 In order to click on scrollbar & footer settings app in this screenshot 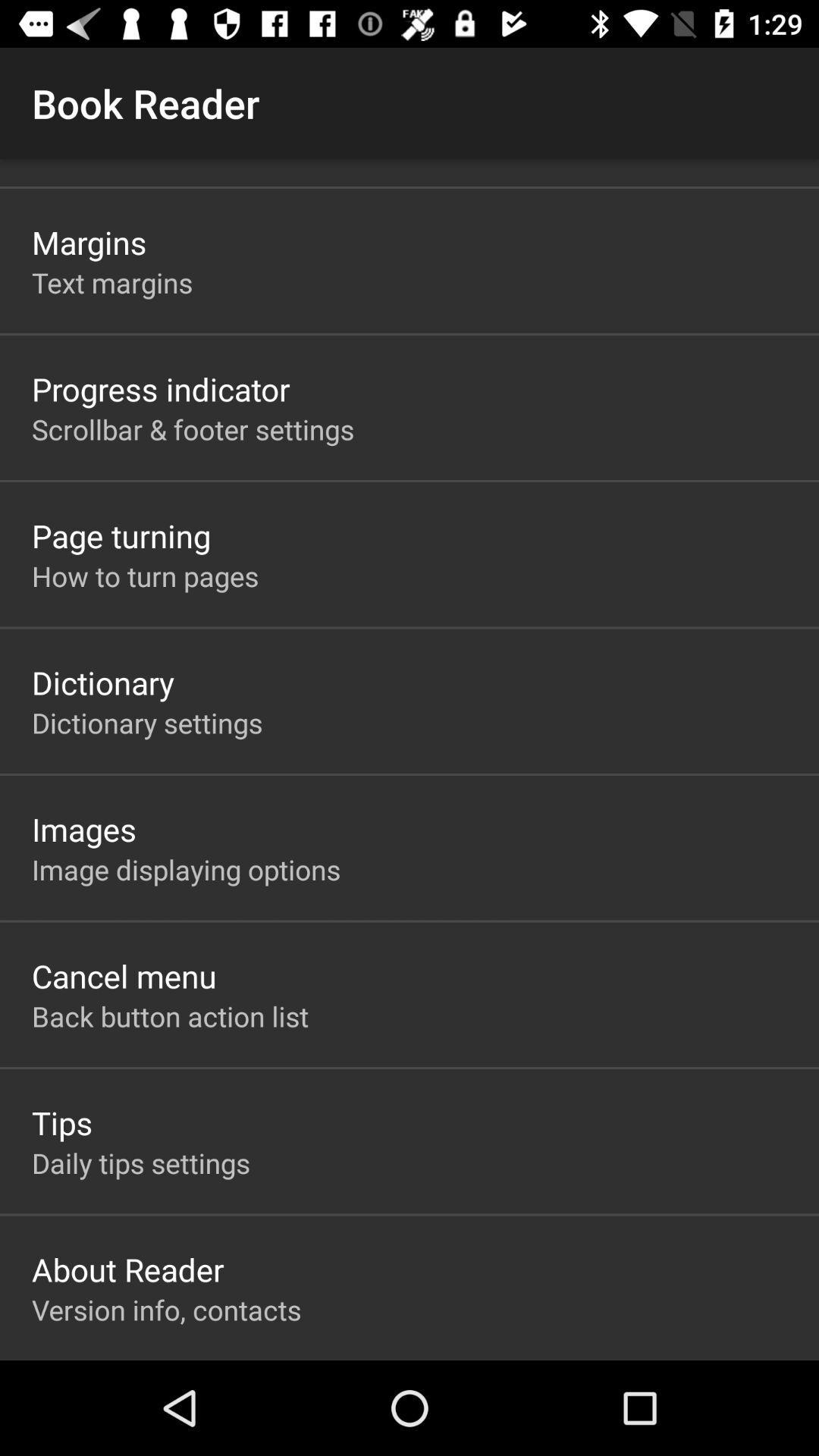, I will do `click(192, 428)`.